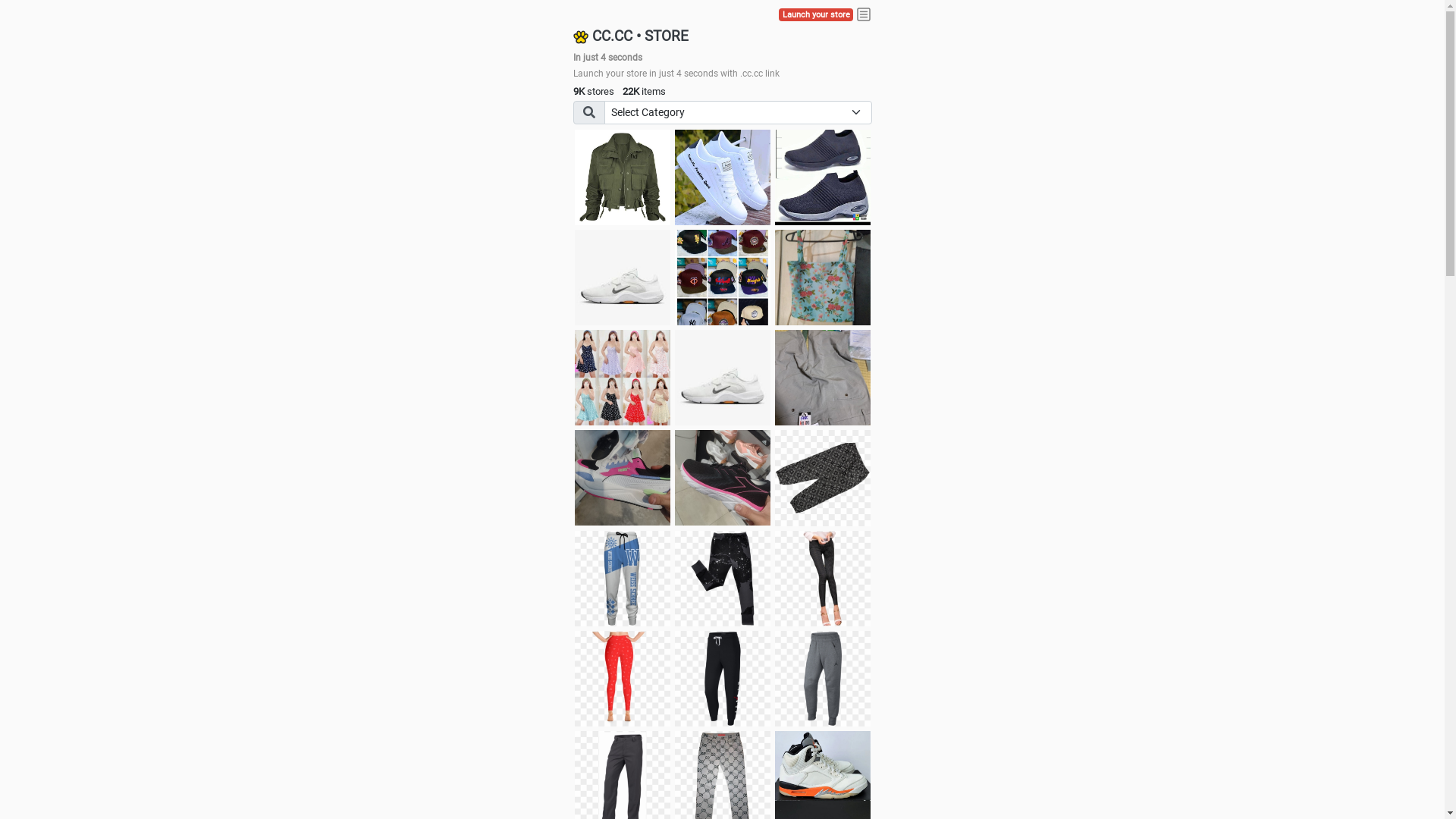 The width and height of the screenshot is (1456, 819). Describe the element at coordinates (622, 476) in the screenshot. I see `'Zapatillas pumas'` at that location.